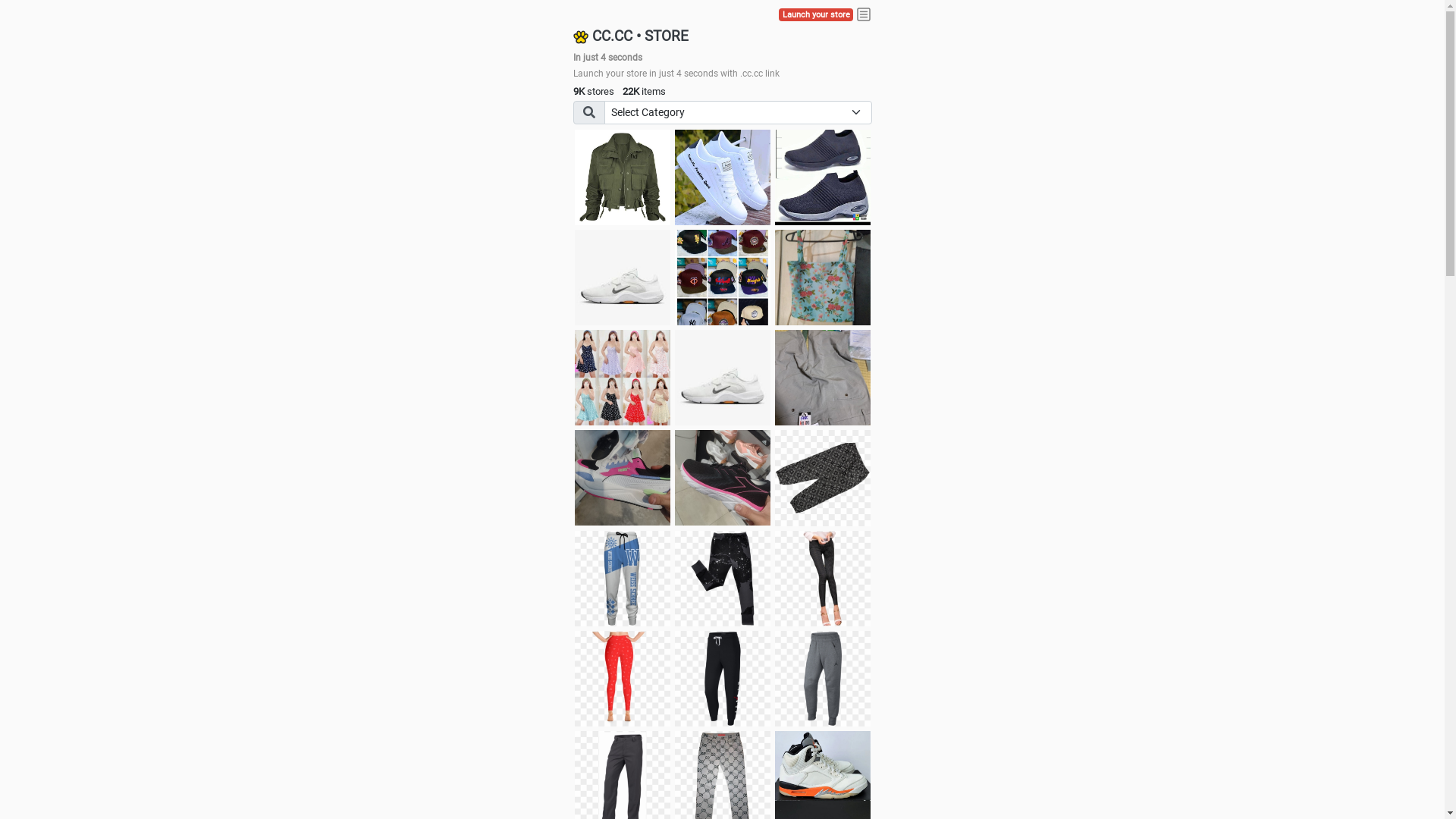 The width and height of the screenshot is (1456, 819). Describe the element at coordinates (622, 476) in the screenshot. I see `'Zapatillas pumas'` at that location.